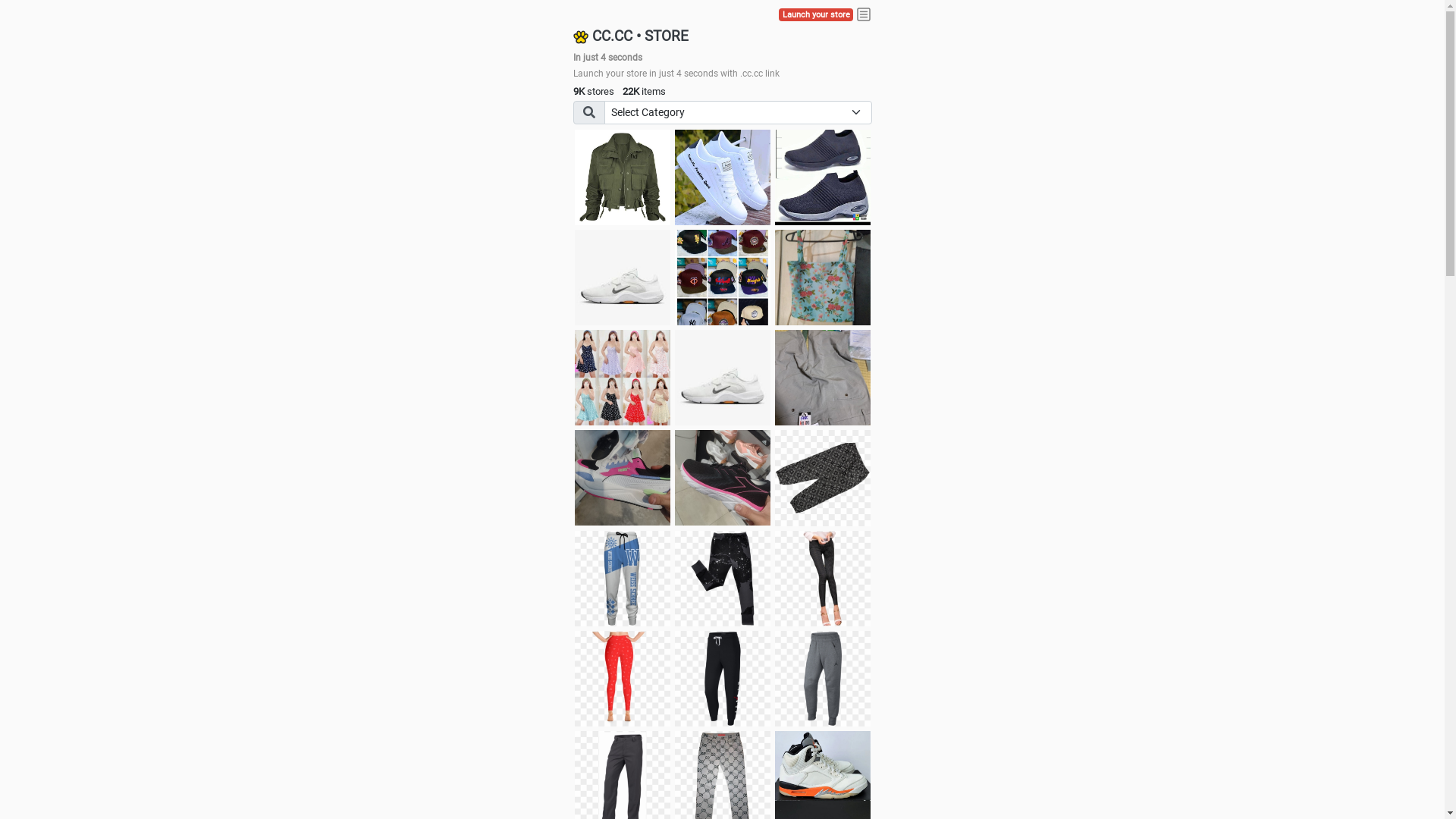 The width and height of the screenshot is (1456, 819). Describe the element at coordinates (622, 476) in the screenshot. I see `'Zapatillas pumas'` at that location.